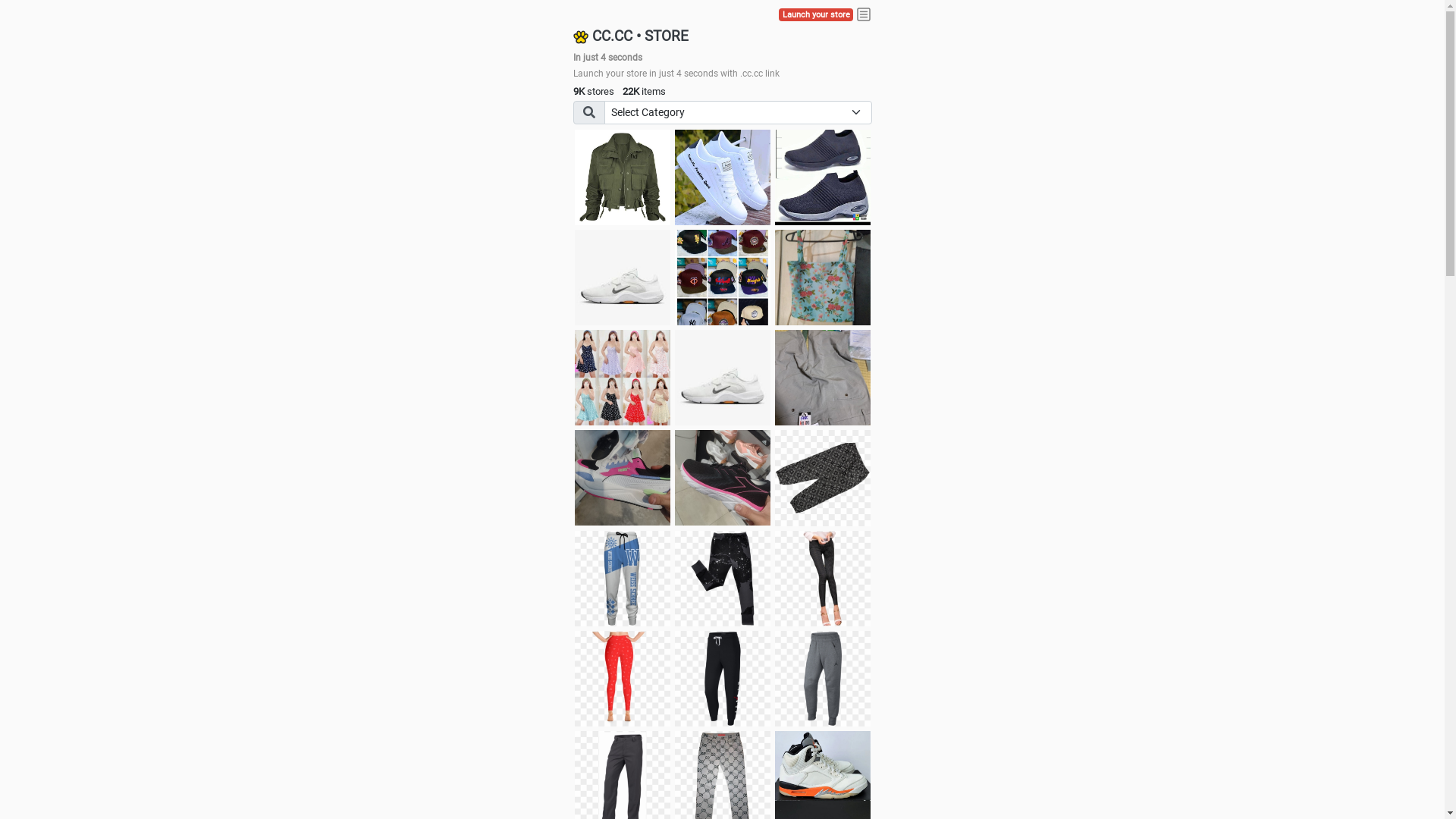 The width and height of the screenshot is (1456, 819). Describe the element at coordinates (622, 476) in the screenshot. I see `'Zapatillas pumas'` at that location.